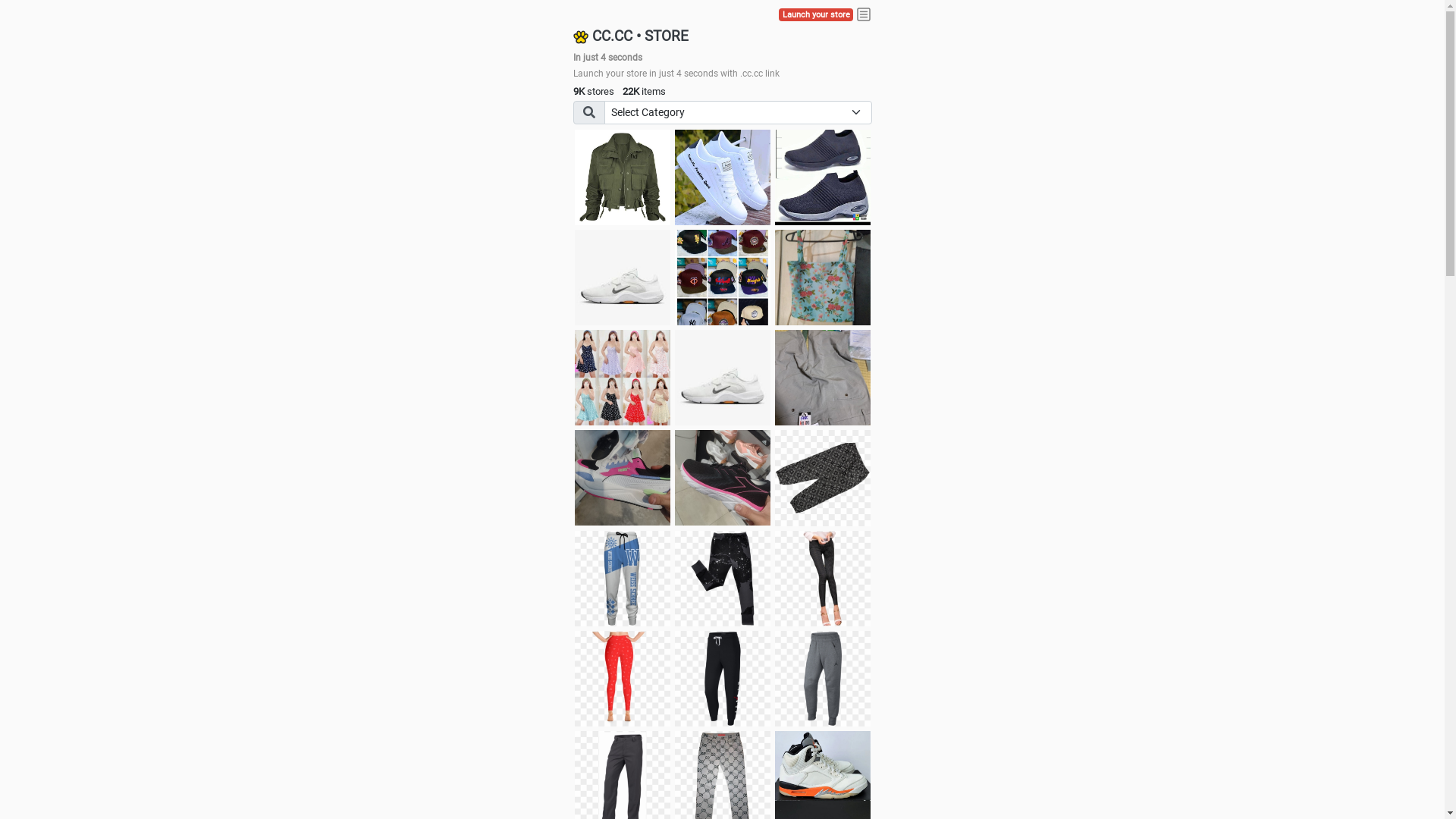 The width and height of the screenshot is (1456, 819). Describe the element at coordinates (622, 476) in the screenshot. I see `'Zapatillas pumas'` at that location.